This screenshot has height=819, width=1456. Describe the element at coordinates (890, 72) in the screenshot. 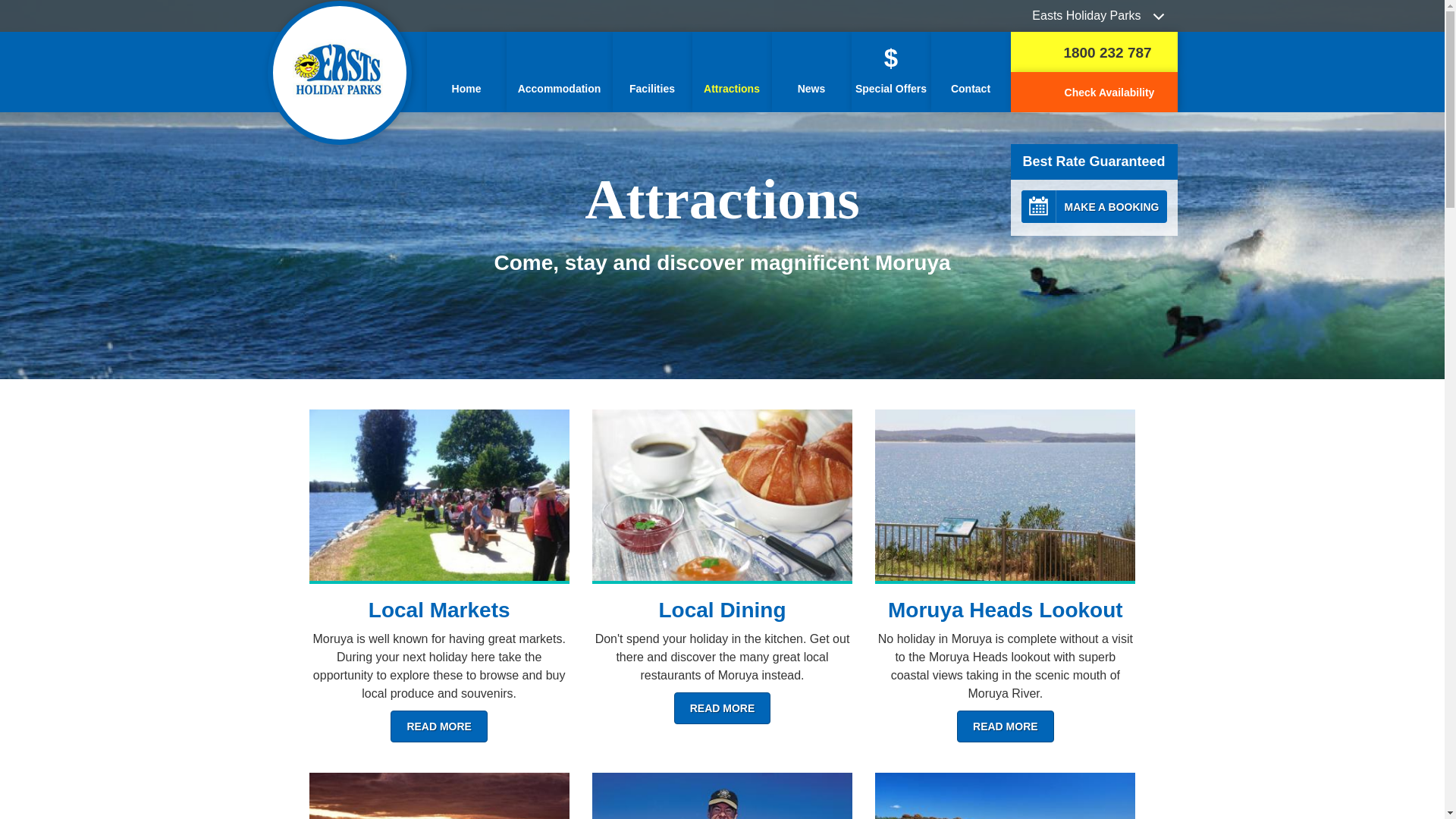

I see `'$` at that location.